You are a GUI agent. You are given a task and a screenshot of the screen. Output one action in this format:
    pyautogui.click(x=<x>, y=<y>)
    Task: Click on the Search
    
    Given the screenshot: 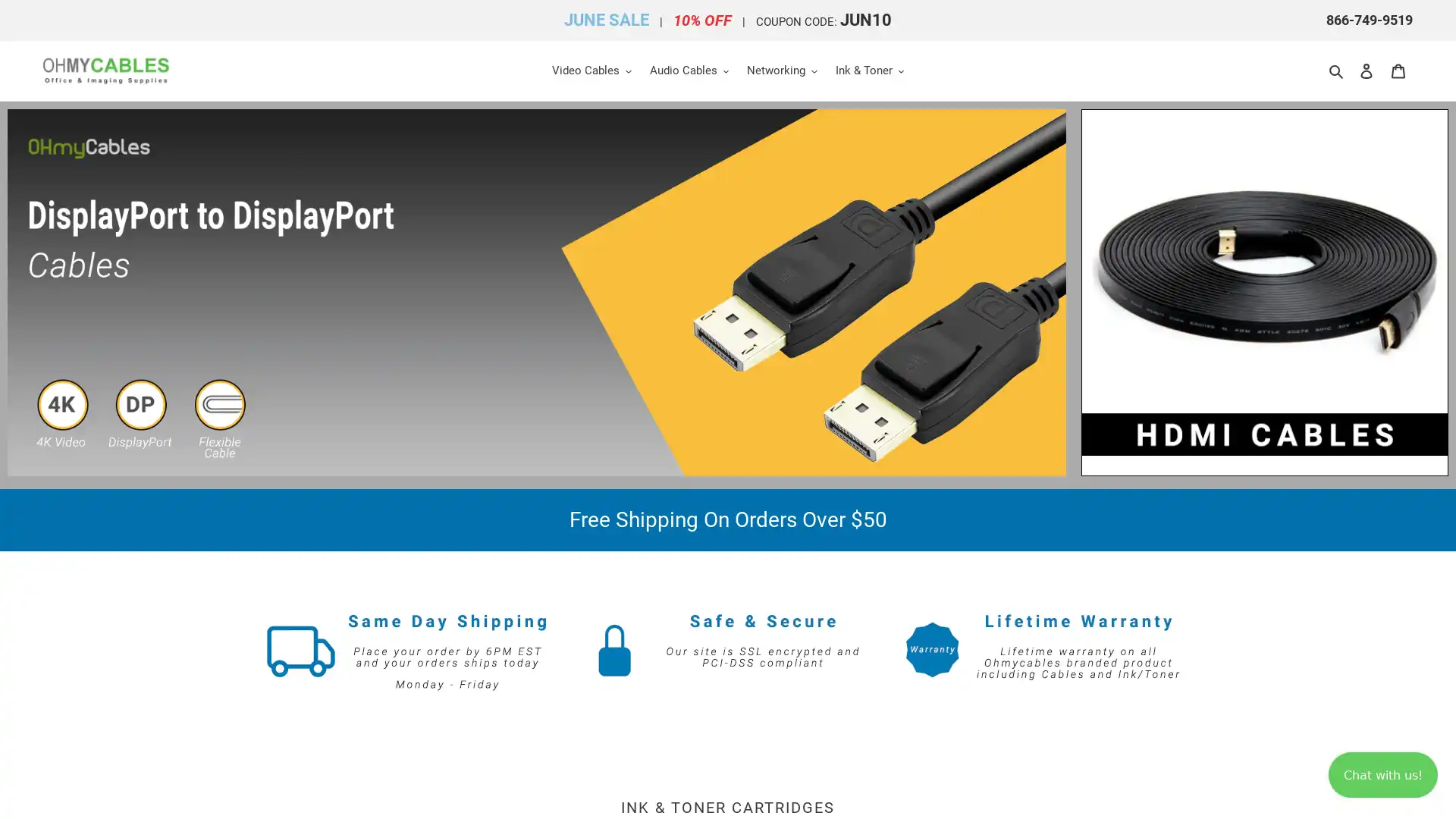 What is the action you would take?
    pyautogui.click(x=1337, y=70)
    